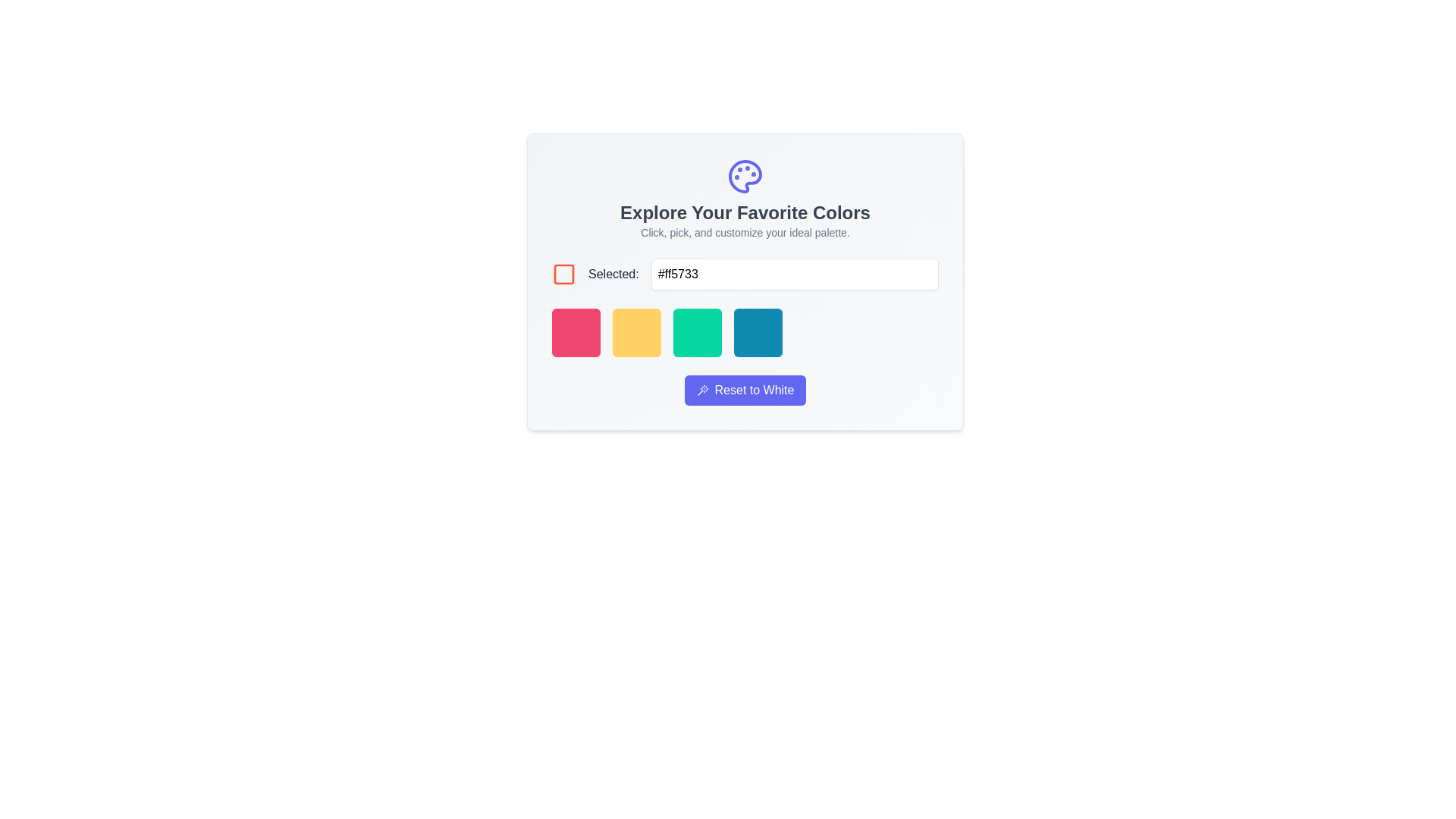  What do you see at coordinates (613, 275) in the screenshot?
I see `the text label displaying 'Selected:' which is formatted with medium-sized, gray text, located between a square icon and a text input box` at bounding box center [613, 275].